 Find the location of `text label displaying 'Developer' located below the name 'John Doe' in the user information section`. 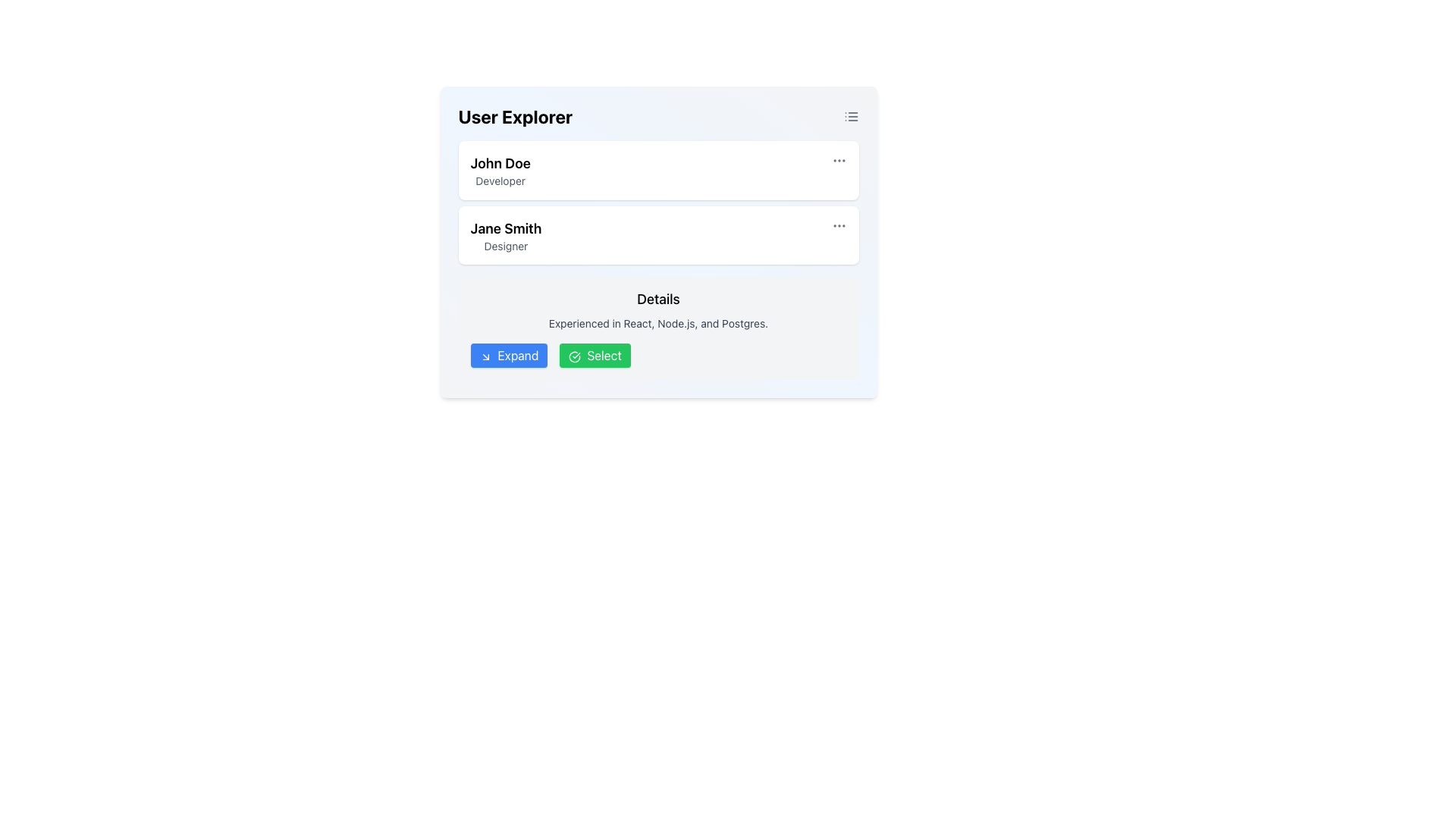

text label displaying 'Developer' located below the name 'John Doe' in the user information section is located at coordinates (500, 180).